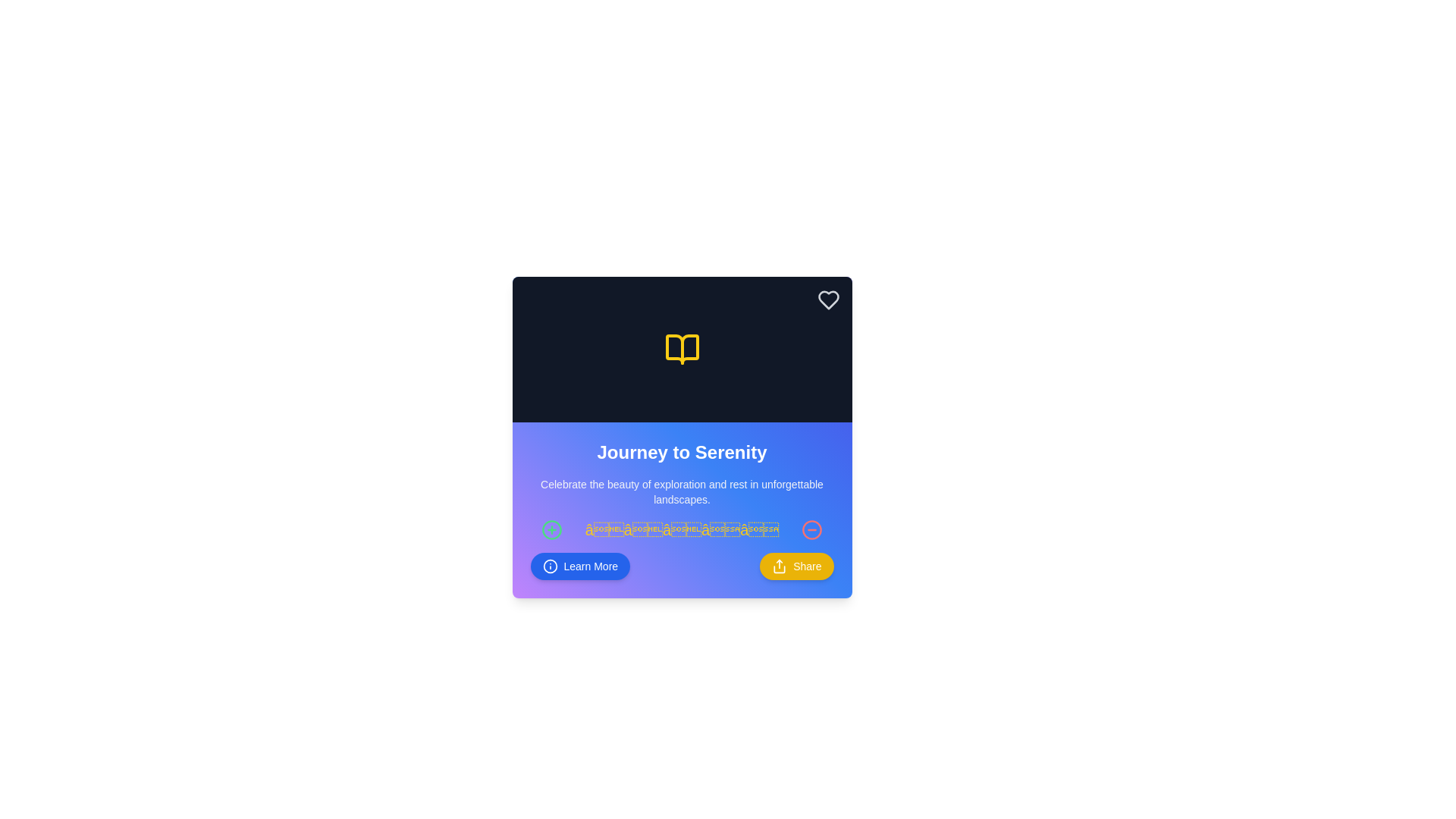 The image size is (1456, 819). Describe the element at coordinates (681, 491) in the screenshot. I see `the text block that reads 'Celebrate the beauty of exploration and rest in unforgettable landscapes.' located beneath the title 'Journey to Serenity'` at that location.